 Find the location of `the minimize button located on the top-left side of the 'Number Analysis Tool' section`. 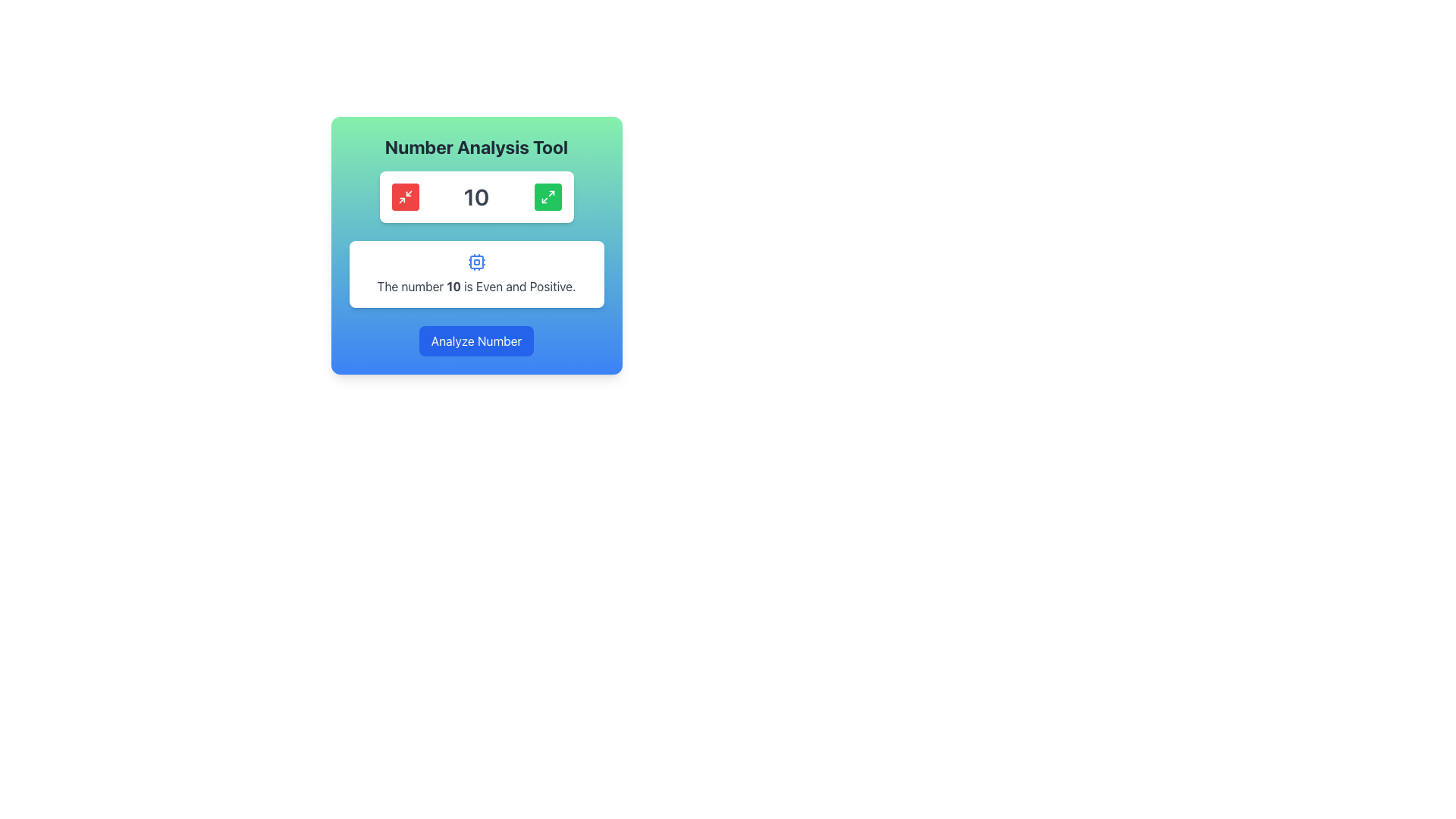

the minimize button located on the top-left side of the 'Number Analysis Tool' section is located at coordinates (405, 196).